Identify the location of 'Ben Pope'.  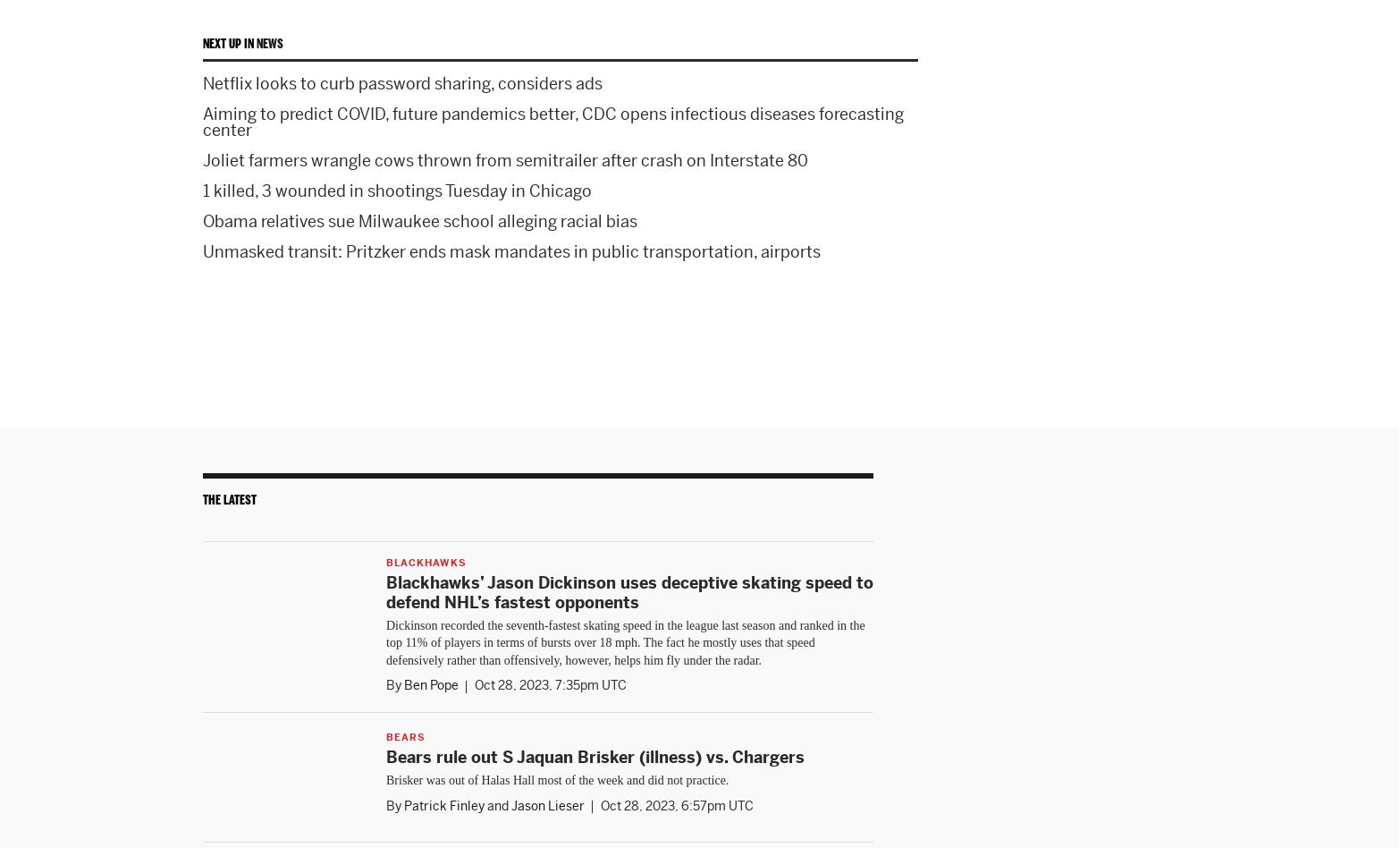
(430, 684).